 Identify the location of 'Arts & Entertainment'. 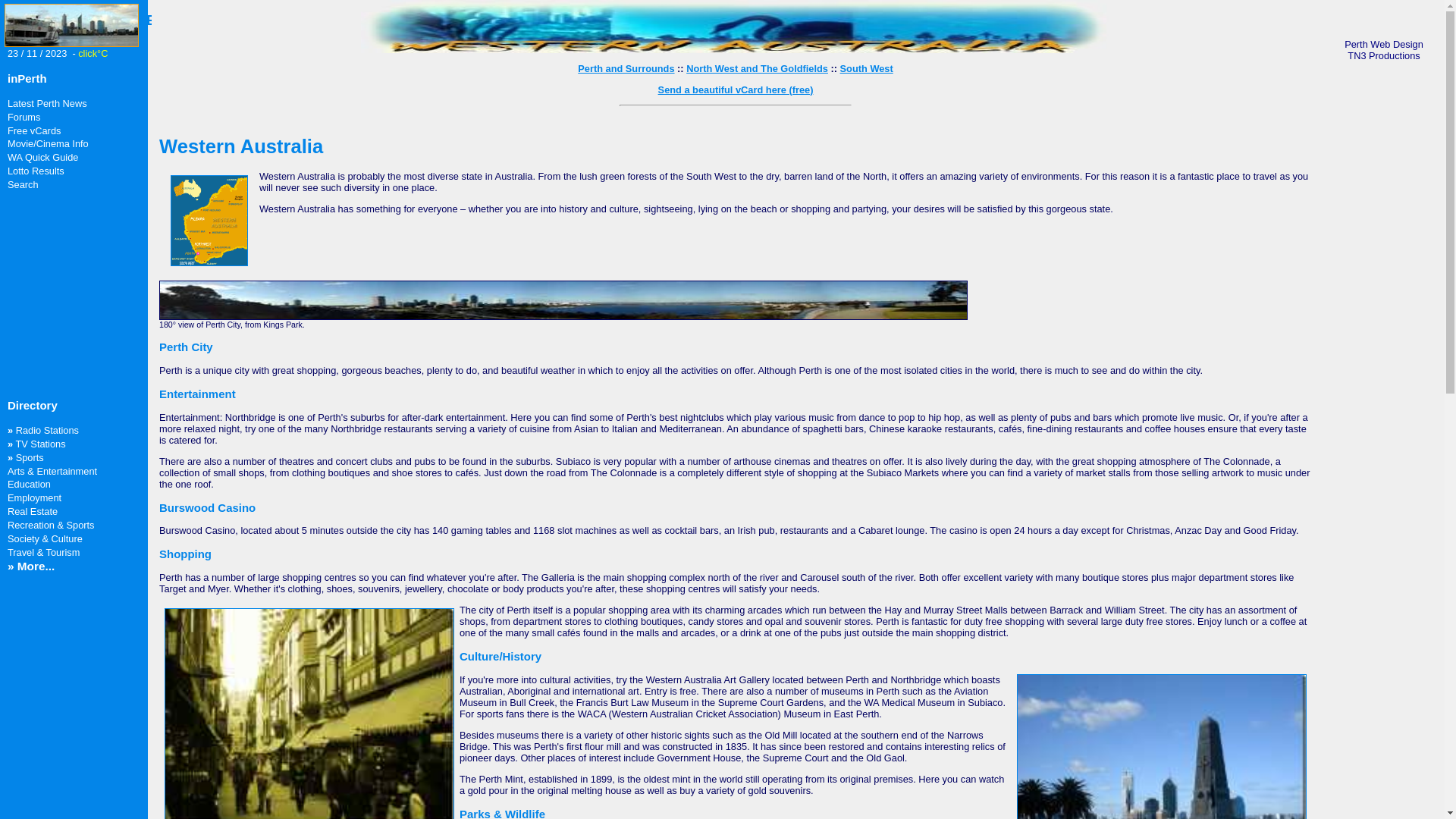
(52, 470).